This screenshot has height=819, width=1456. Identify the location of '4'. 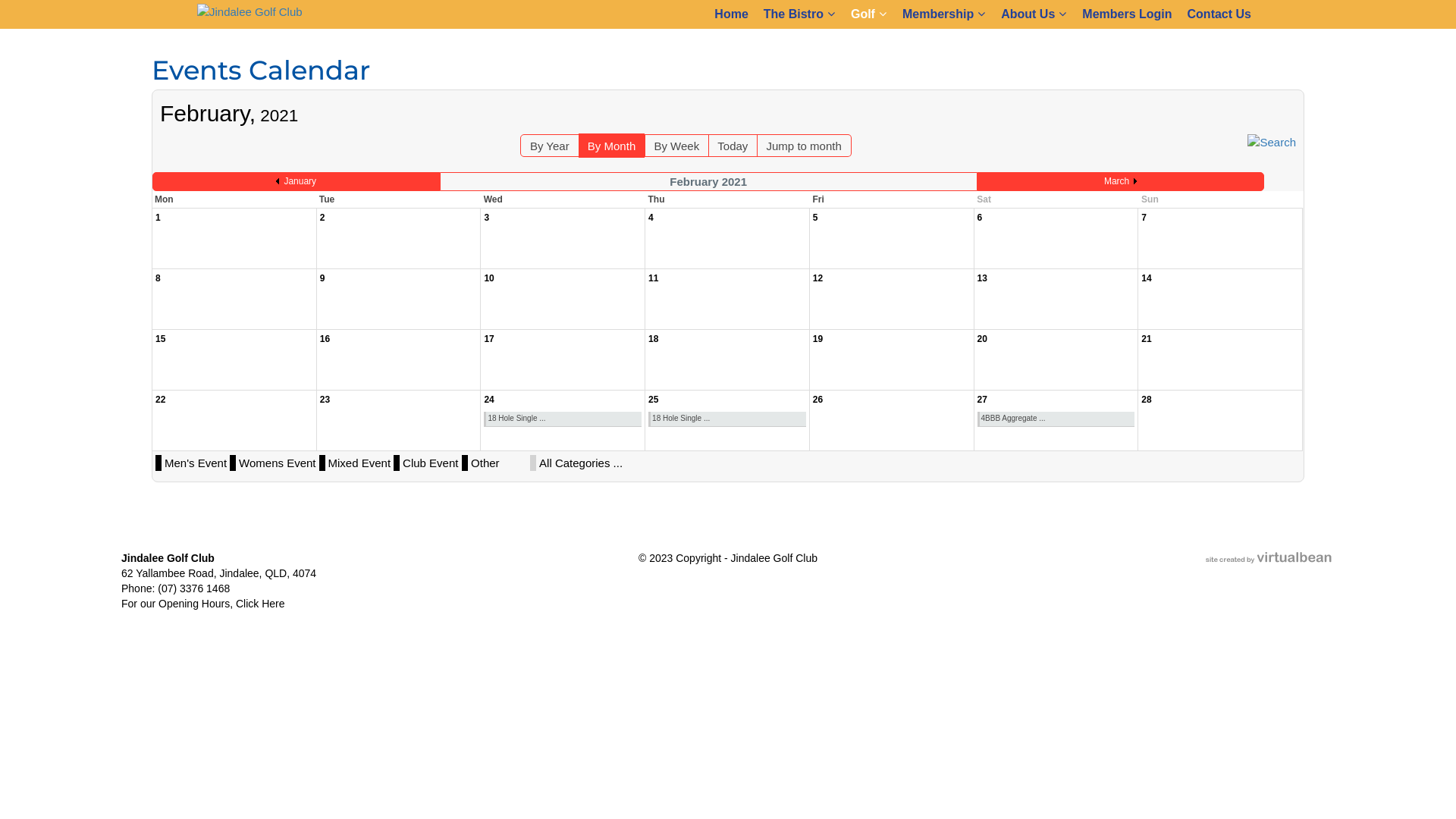
(651, 217).